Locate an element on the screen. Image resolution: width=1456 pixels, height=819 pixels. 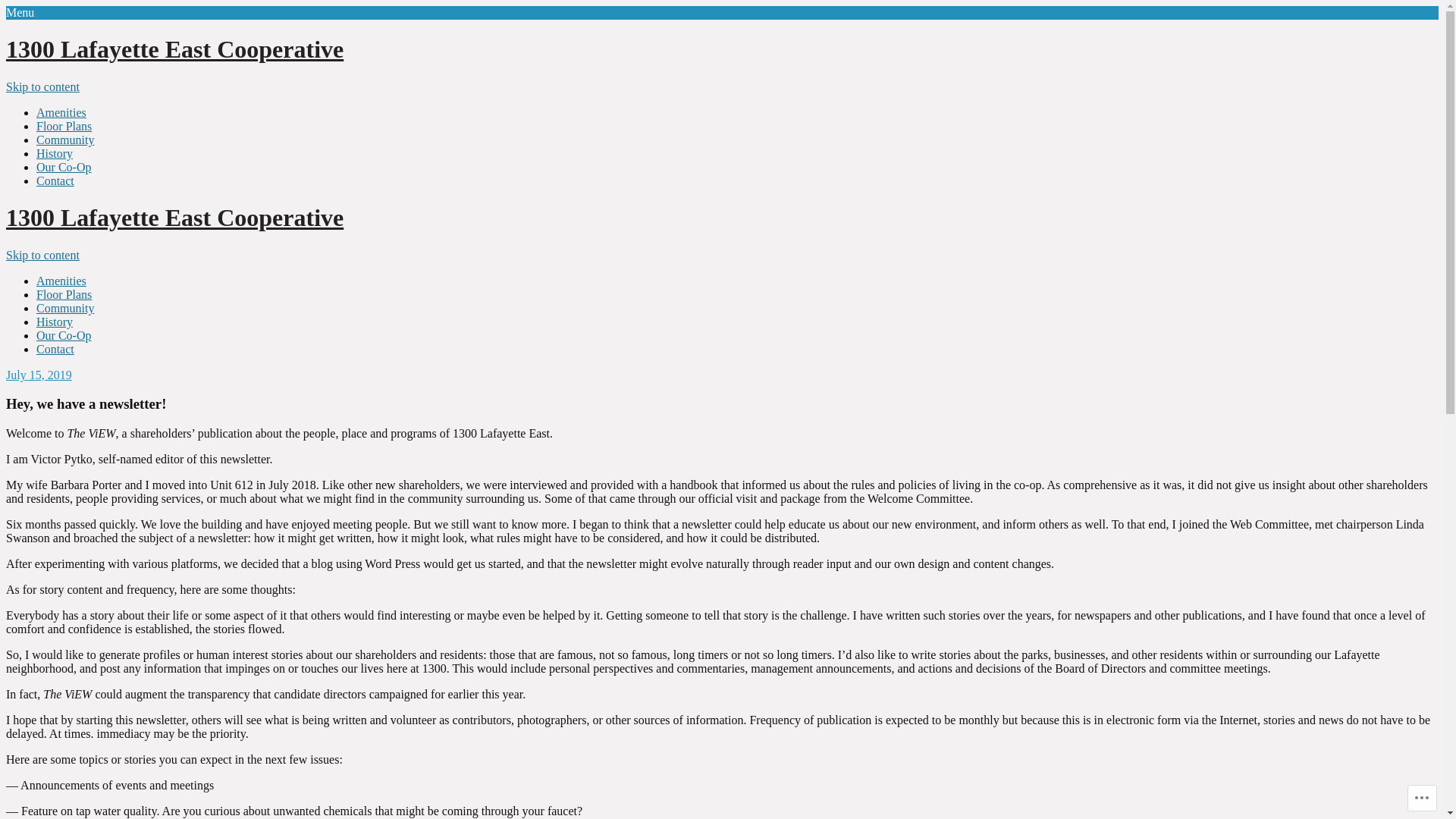
'Amenities' is located at coordinates (61, 111).